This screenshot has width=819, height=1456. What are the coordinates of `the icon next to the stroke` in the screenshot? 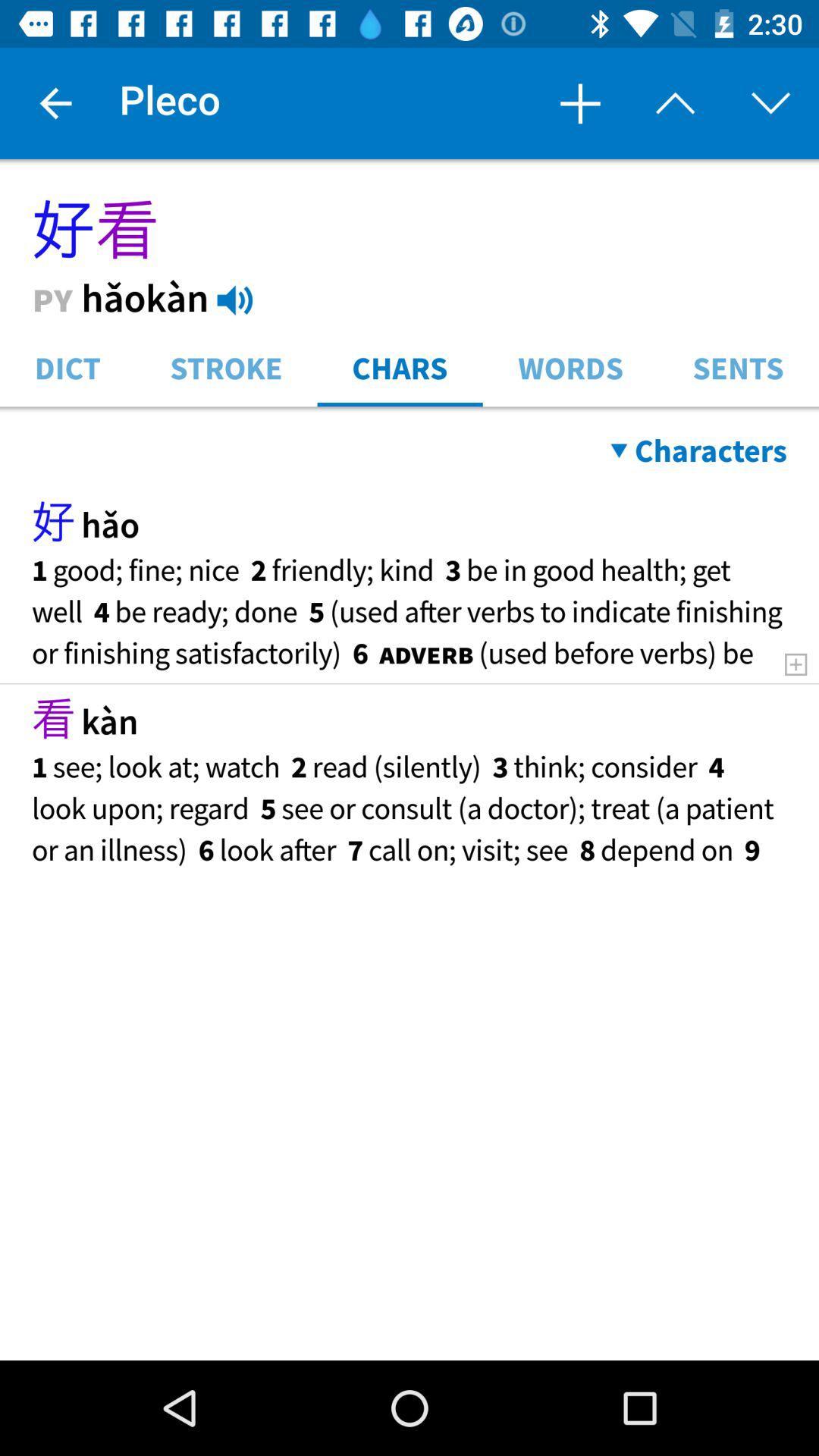 It's located at (399, 366).